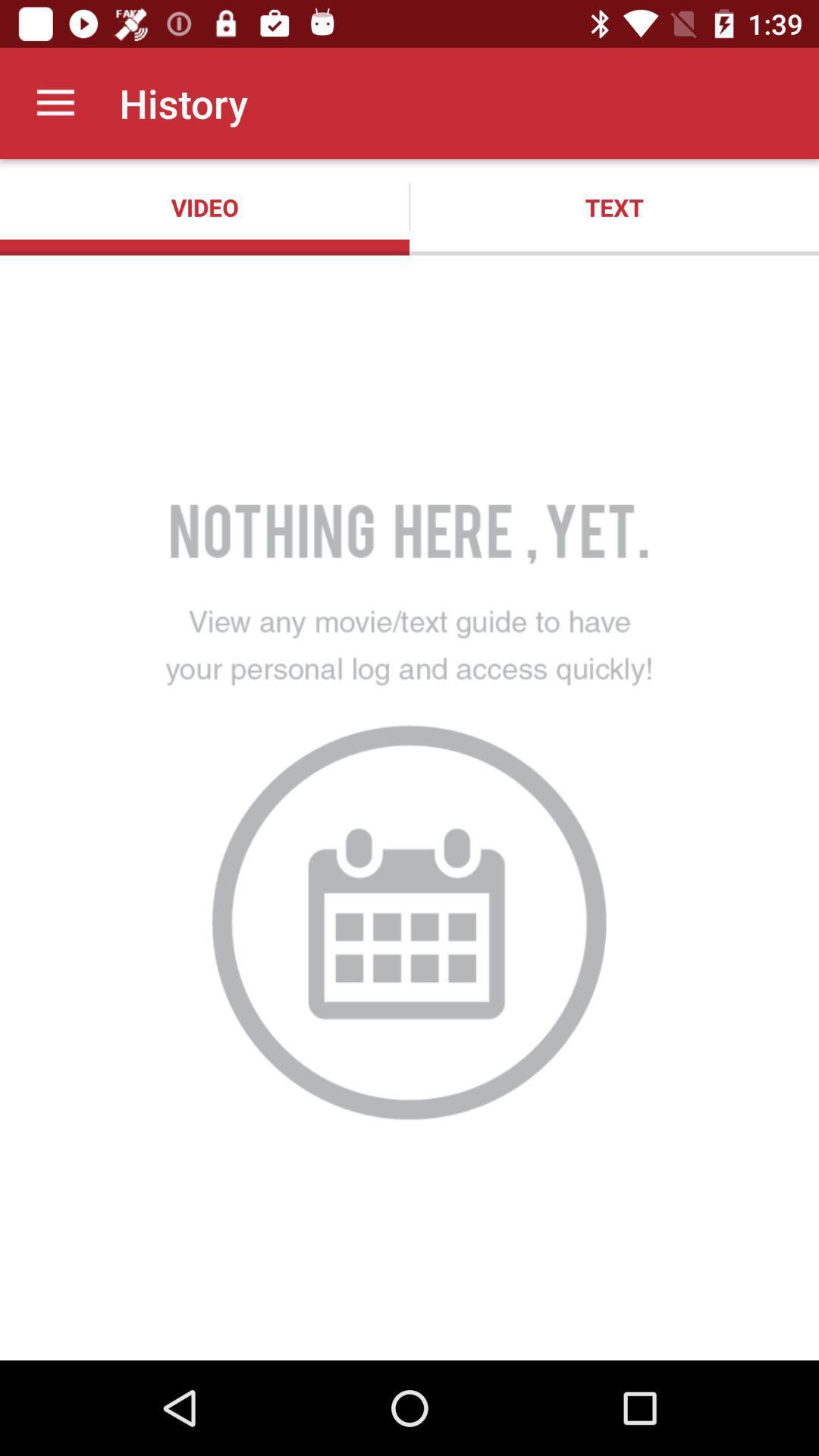 The image size is (819, 1456). What do you see at coordinates (55, 102) in the screenshot?
I see `the icon next to history item` at bounding box center [55, 102].